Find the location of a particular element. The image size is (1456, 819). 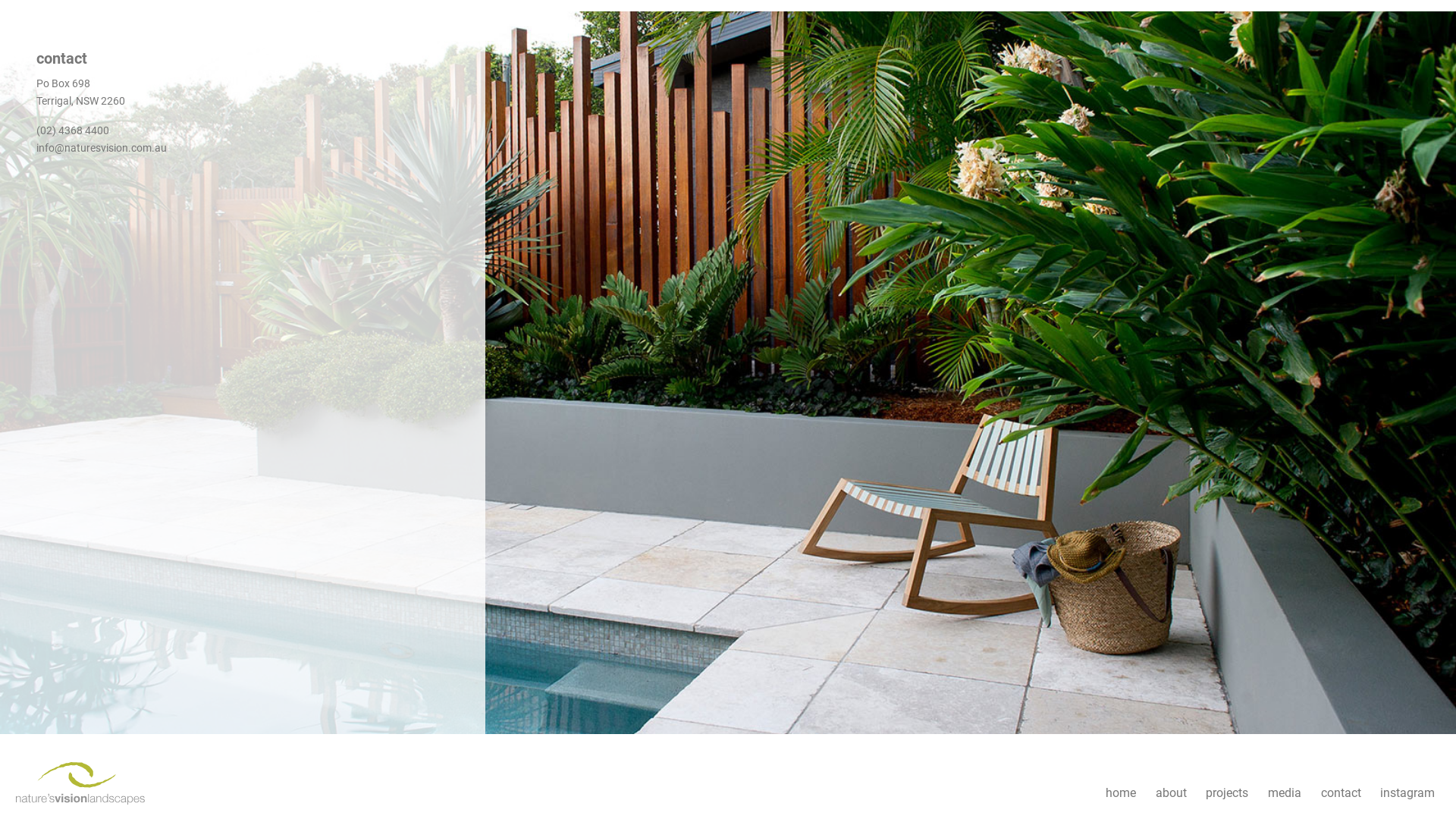

'about' is located at coordinates (1146, 792).